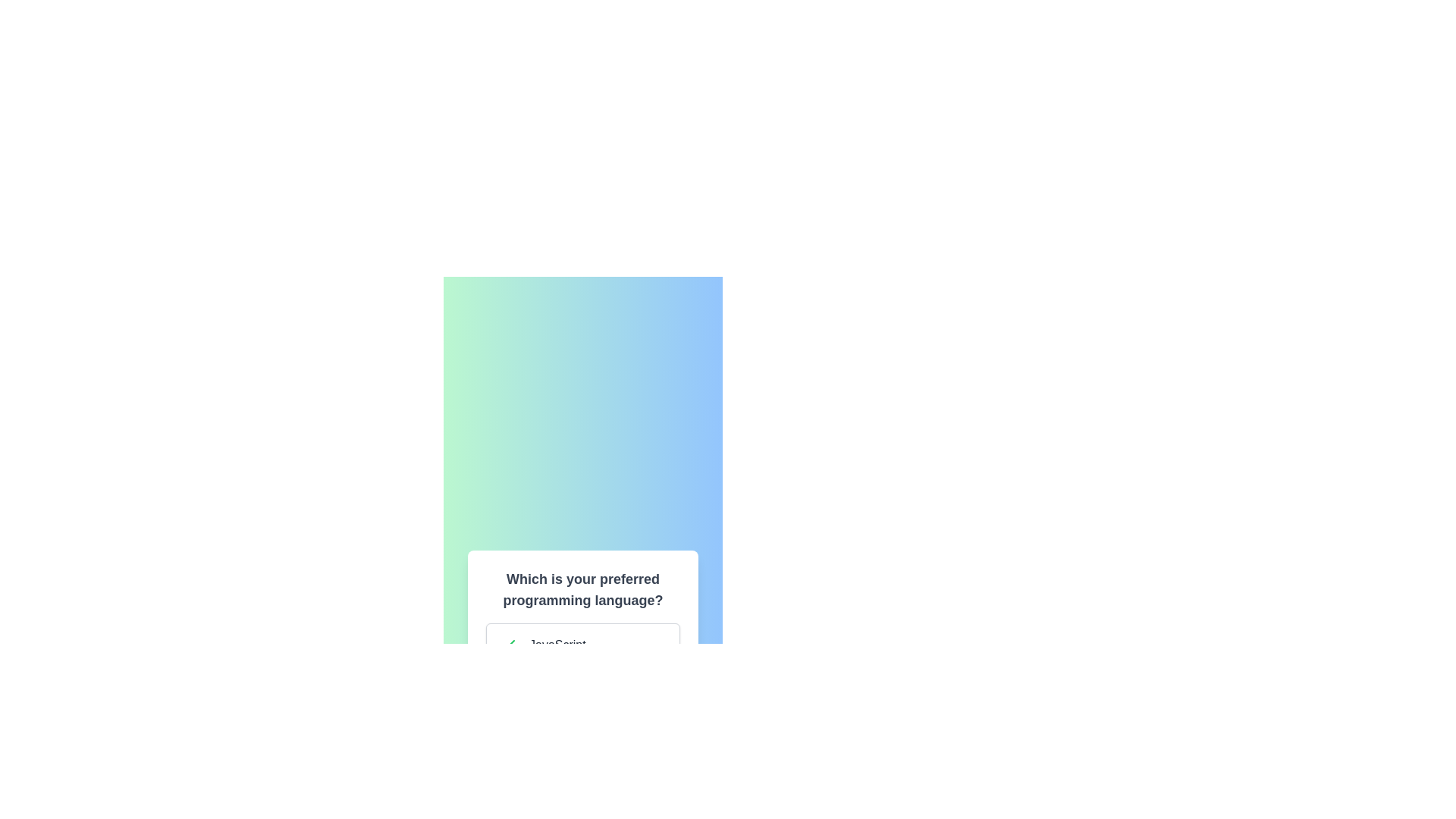 Image resolution: width=1456 pixels, height=819 pixels. What do you see at coordinates (508, 645) in the screenshot?
I see `the visual status of the green checkmark icon next to the 'JavaScript' text, which indicates the selection of this option` at bounding box center [508, 645].